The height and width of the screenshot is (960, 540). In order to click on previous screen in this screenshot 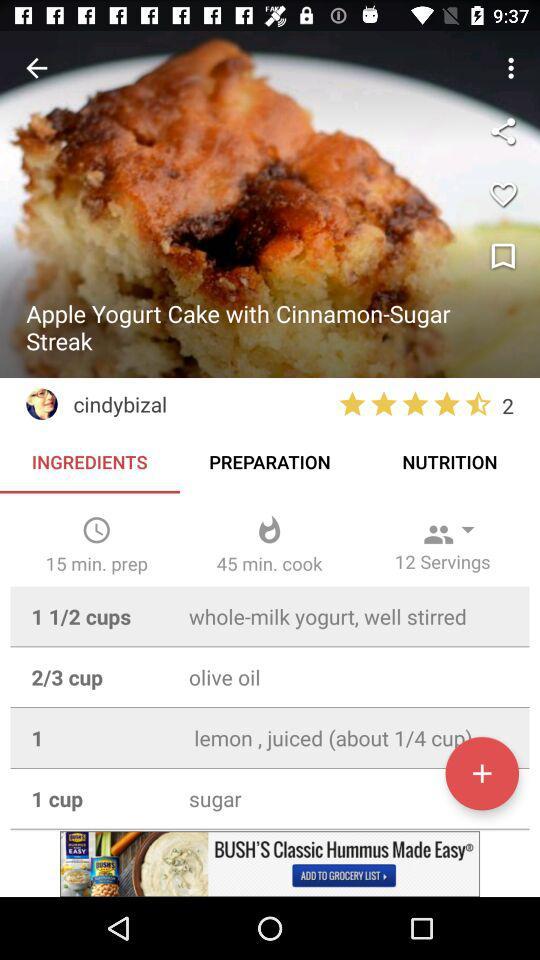, I will do `click(36, 68)`.